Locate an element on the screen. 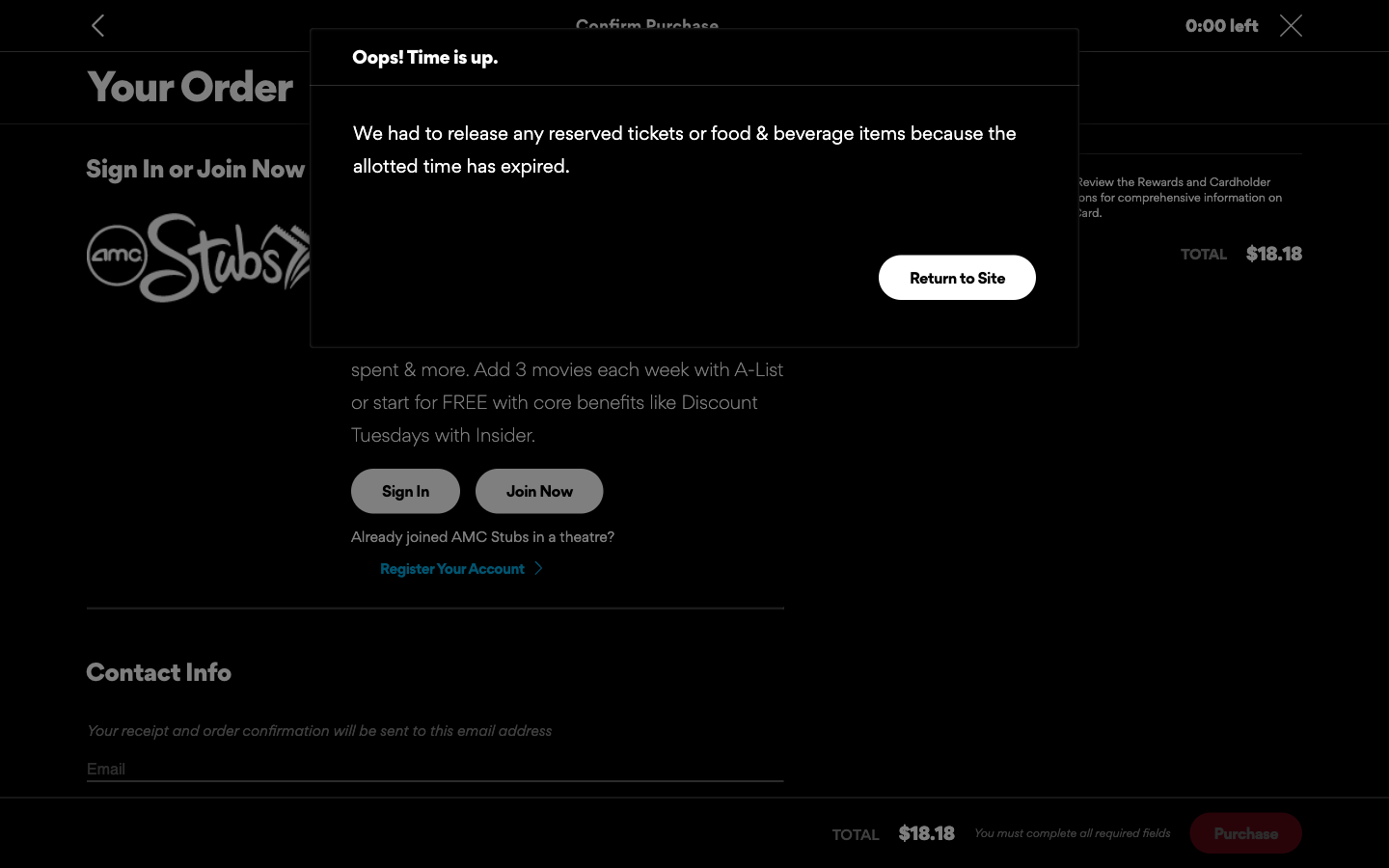 This screenshot has width=1389, height=868. Register a new user account is located at coordinates (459, 568).